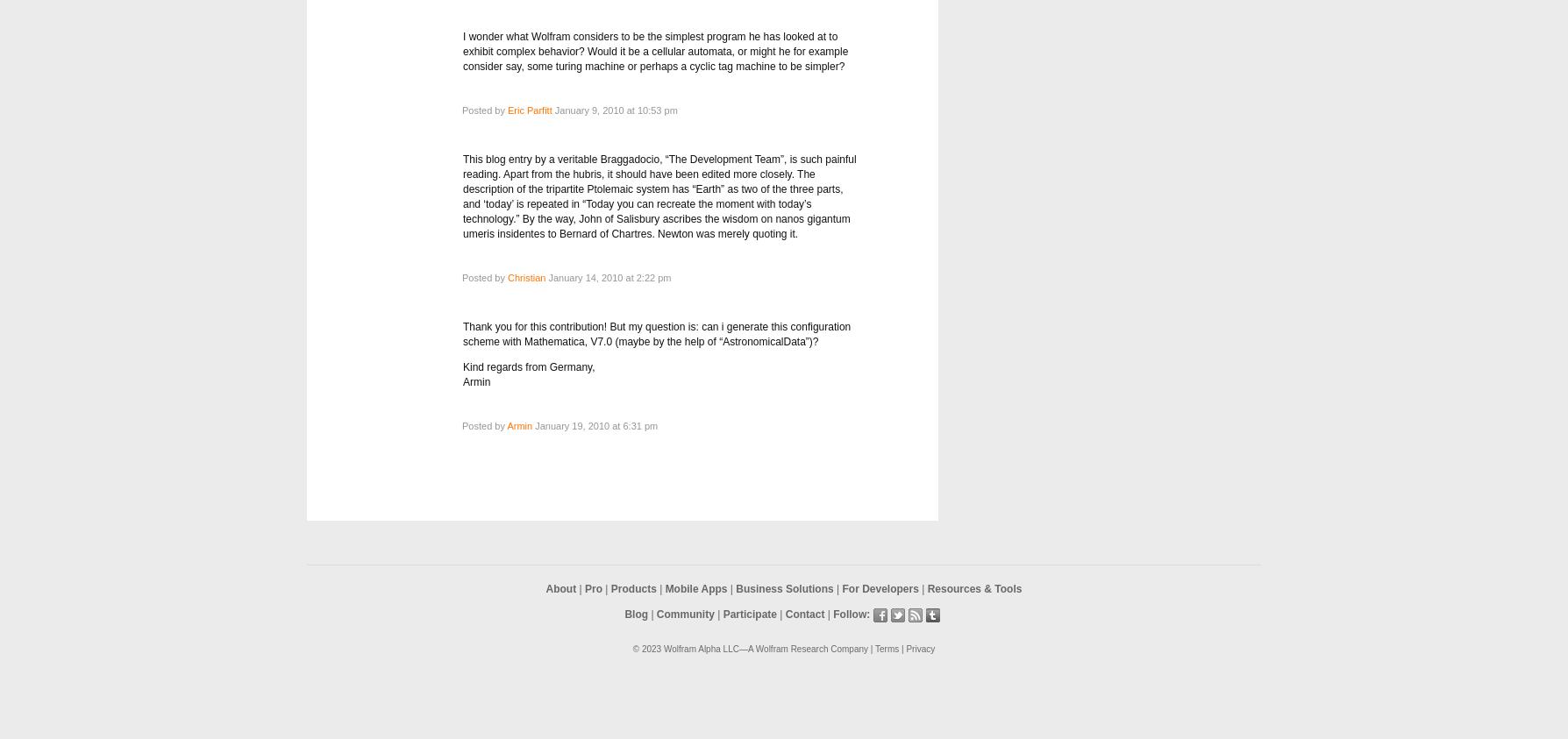  I want to click on '—A', so click(737, 649).